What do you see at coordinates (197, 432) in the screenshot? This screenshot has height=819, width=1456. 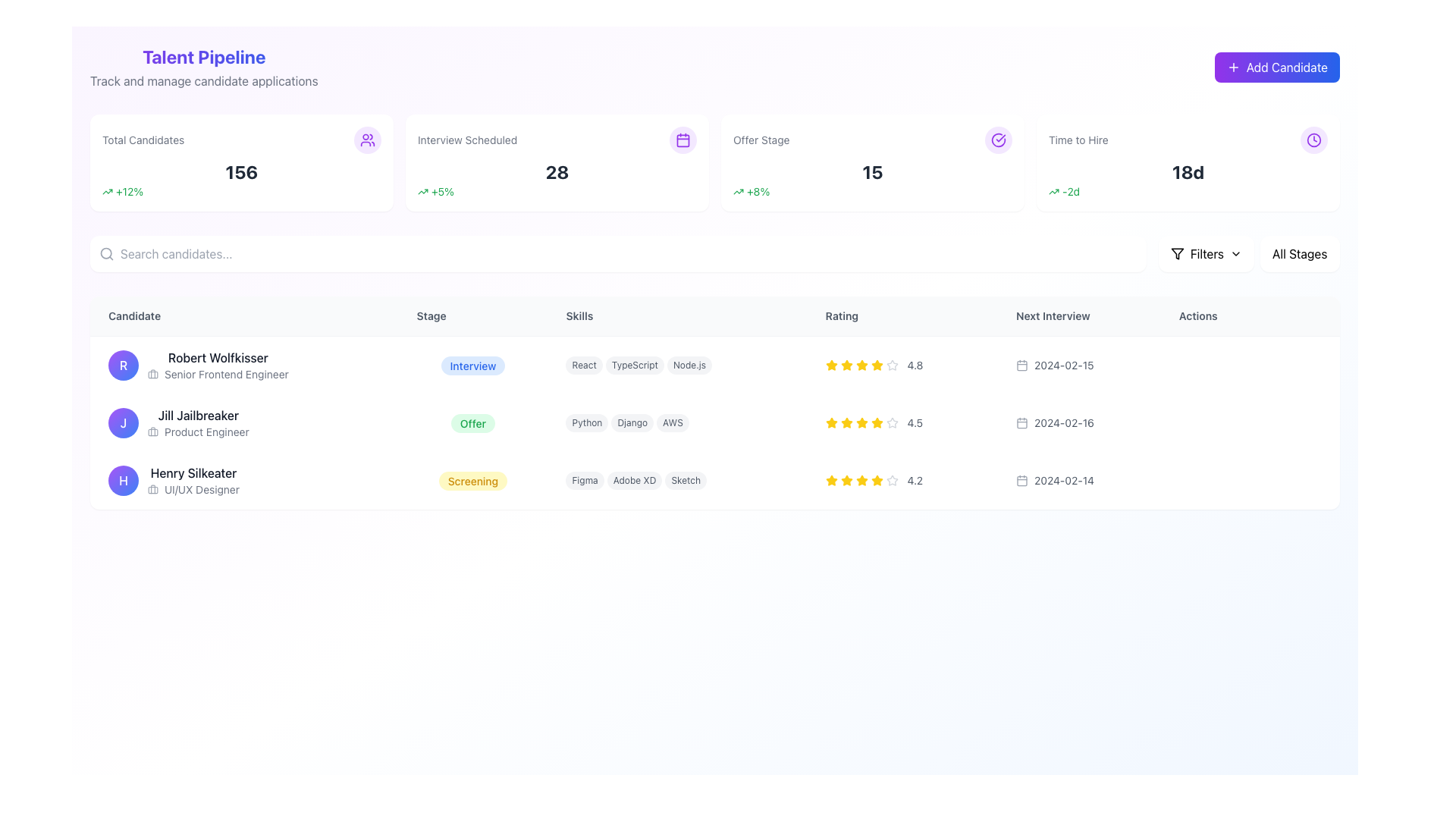 I see `the labeled text element displaying 'Product Engineer' with a briefcase icon in the second row of the 'Candidate' column` at bounding box center [197, 432].